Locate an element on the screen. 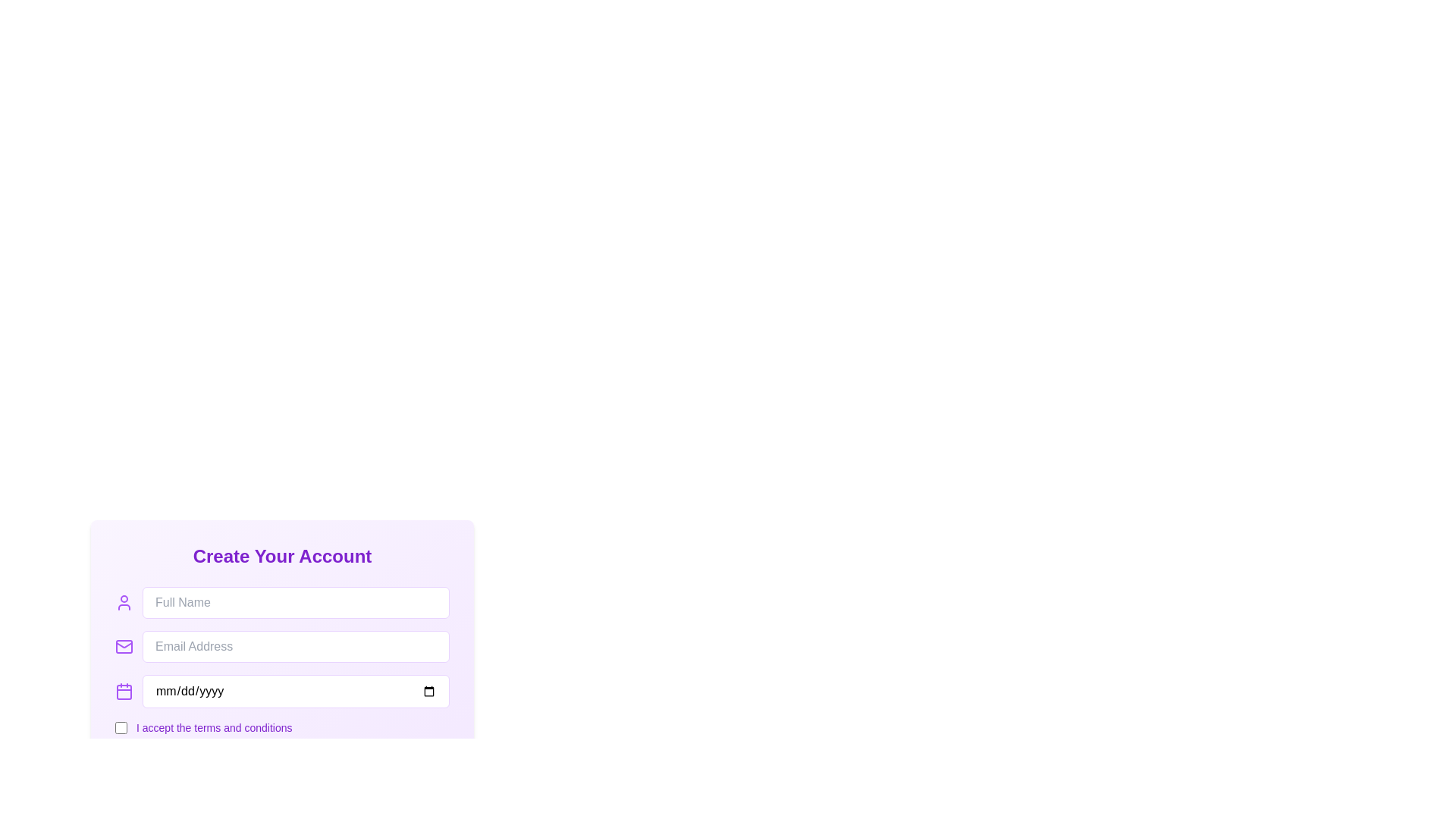 This screenshot has width=1456, height=819. the calendar icon located to the left of the 'Birth Date' input field is located at coordinates (124, 691).